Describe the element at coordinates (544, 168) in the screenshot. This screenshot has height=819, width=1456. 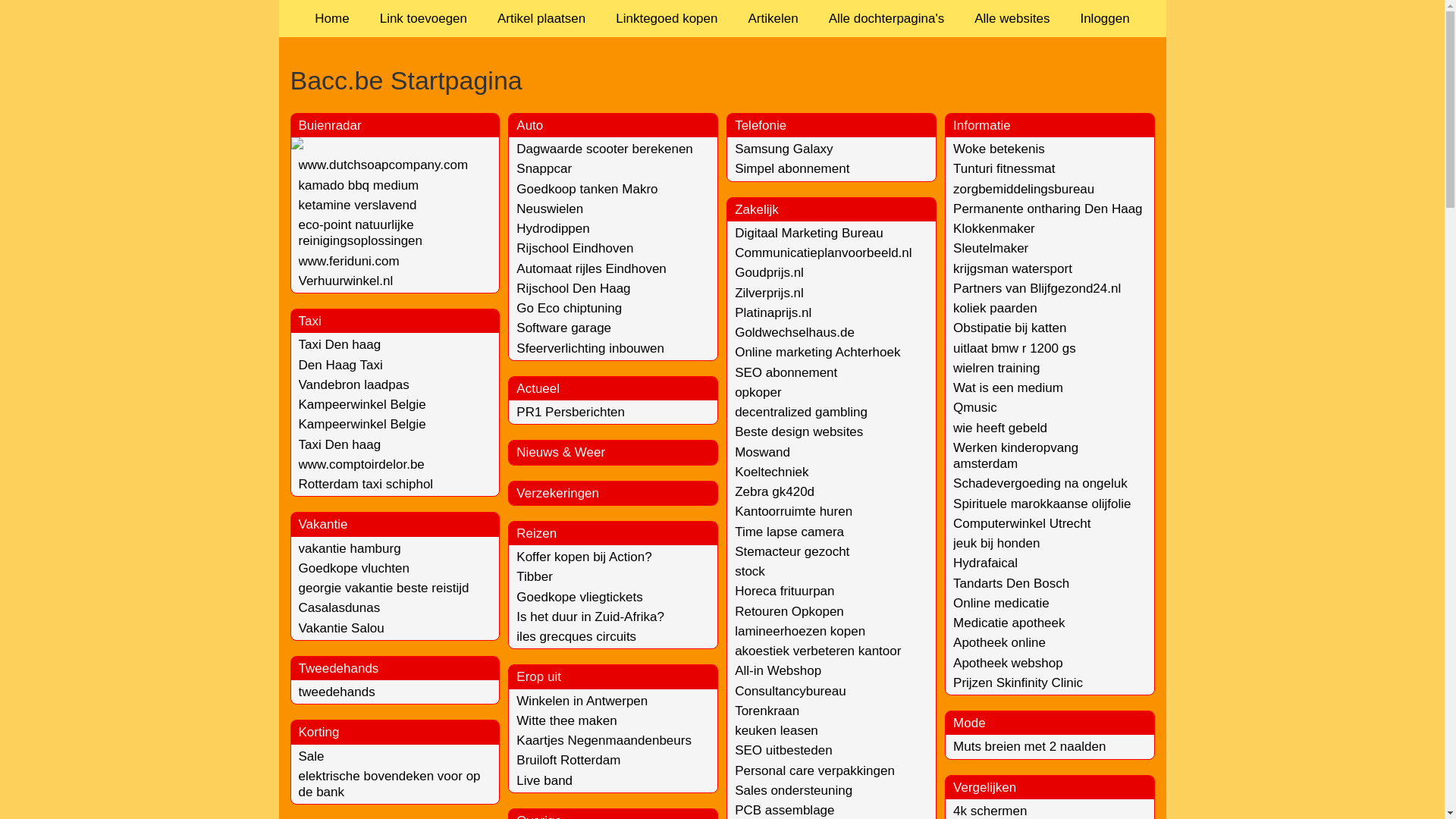
I see `'Snappcar'` at that location.